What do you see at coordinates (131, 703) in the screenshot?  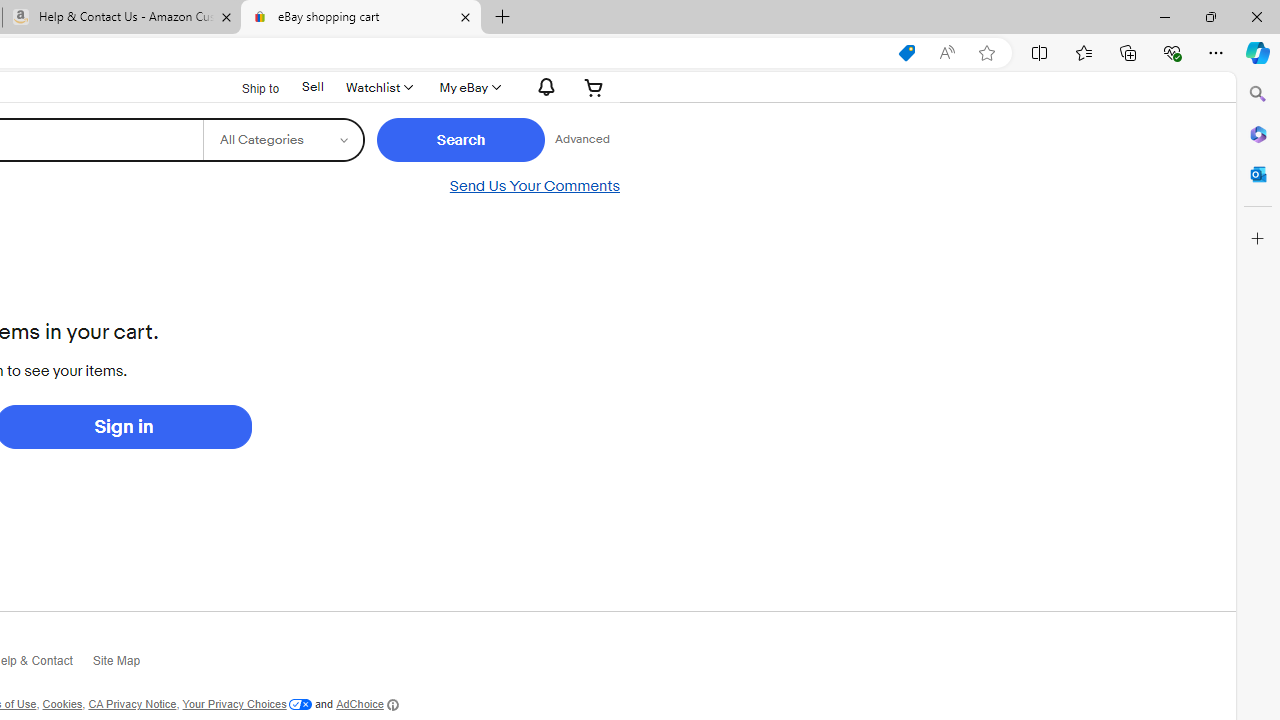 I see `'CA Privacy Notice'` at bounding box center [131, 703].